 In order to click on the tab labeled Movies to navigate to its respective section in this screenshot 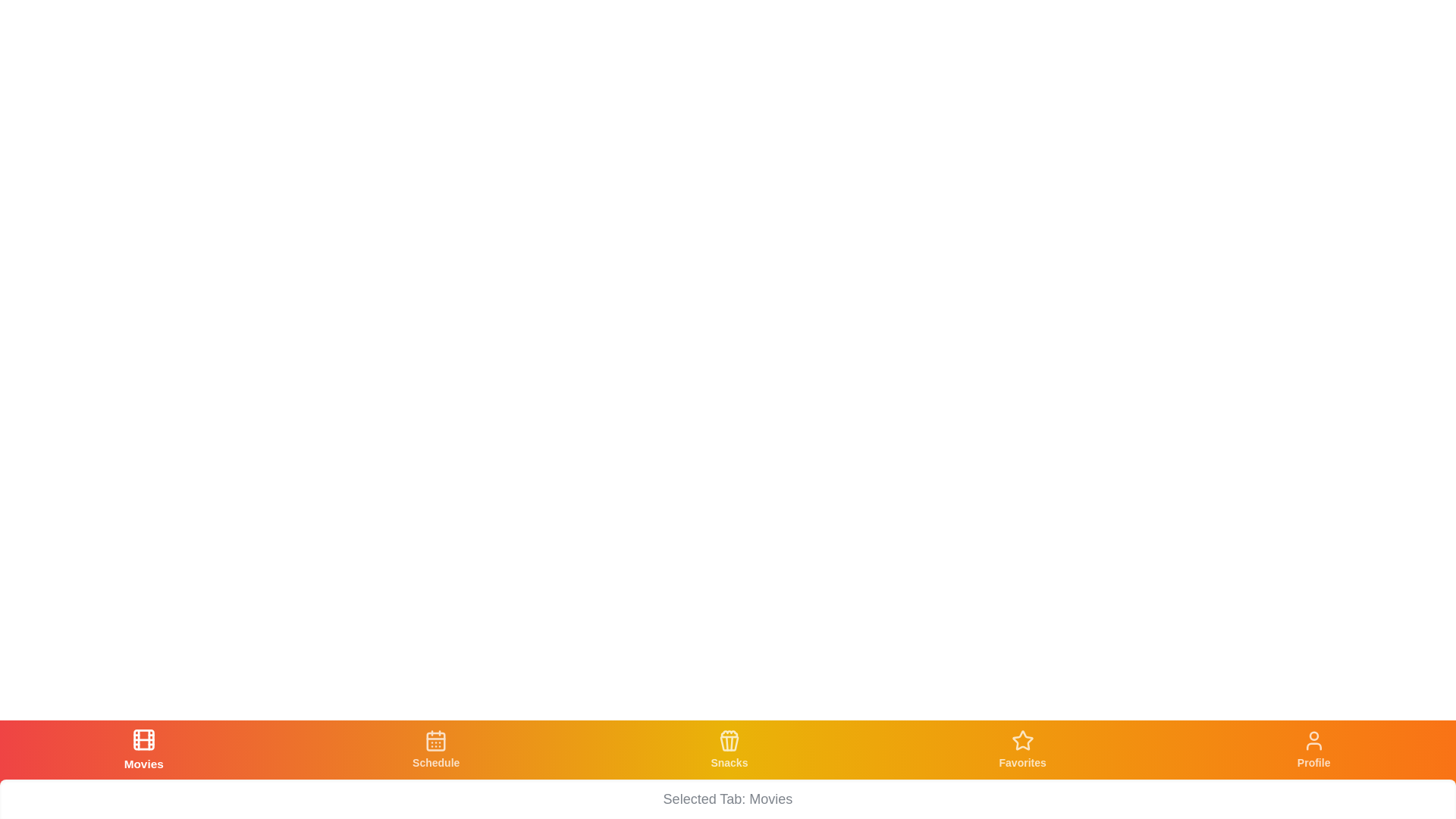, I will do `click(143, 748)`.